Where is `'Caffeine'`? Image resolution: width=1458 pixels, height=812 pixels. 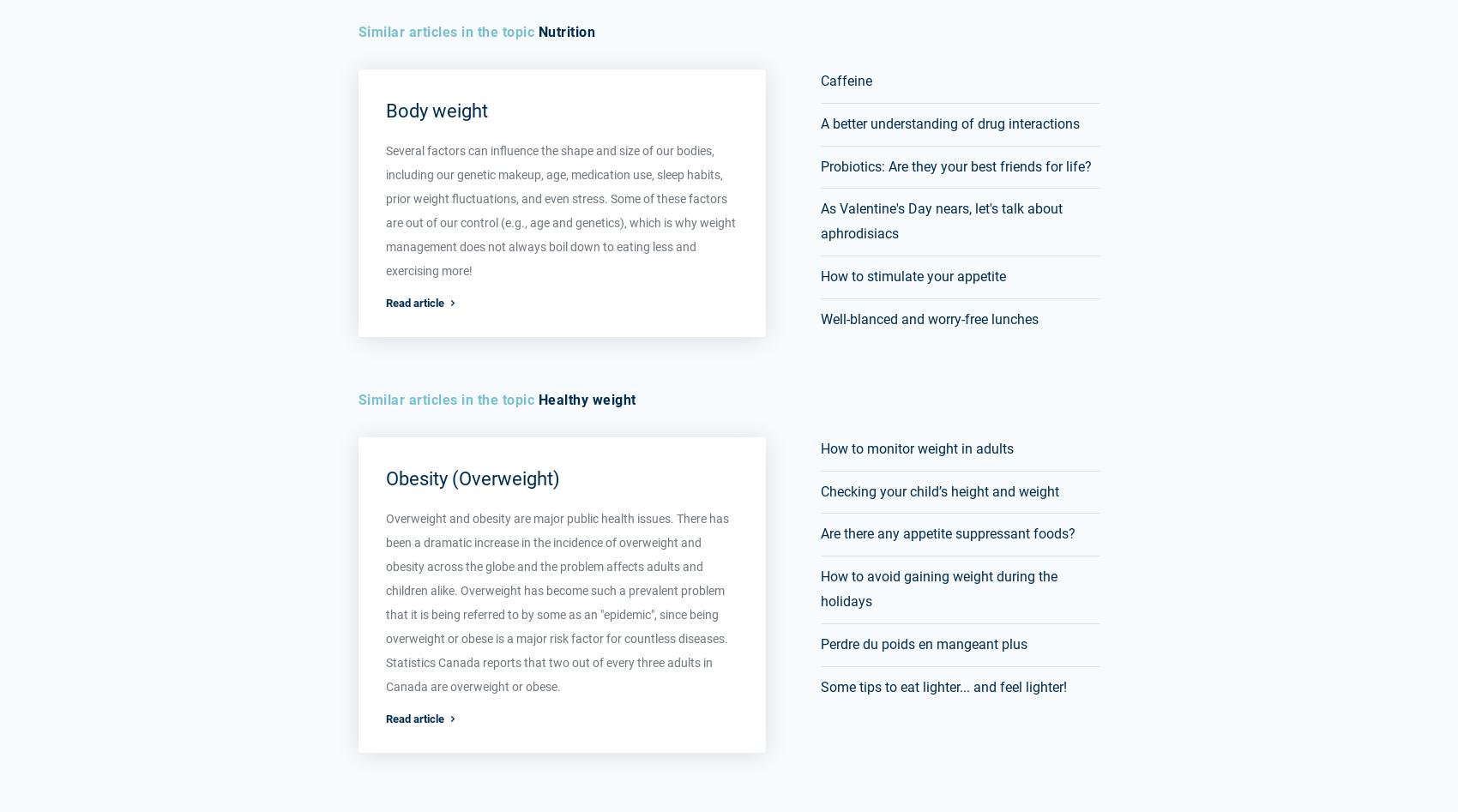 'Caffeine' is located at coordinates (844, 81).